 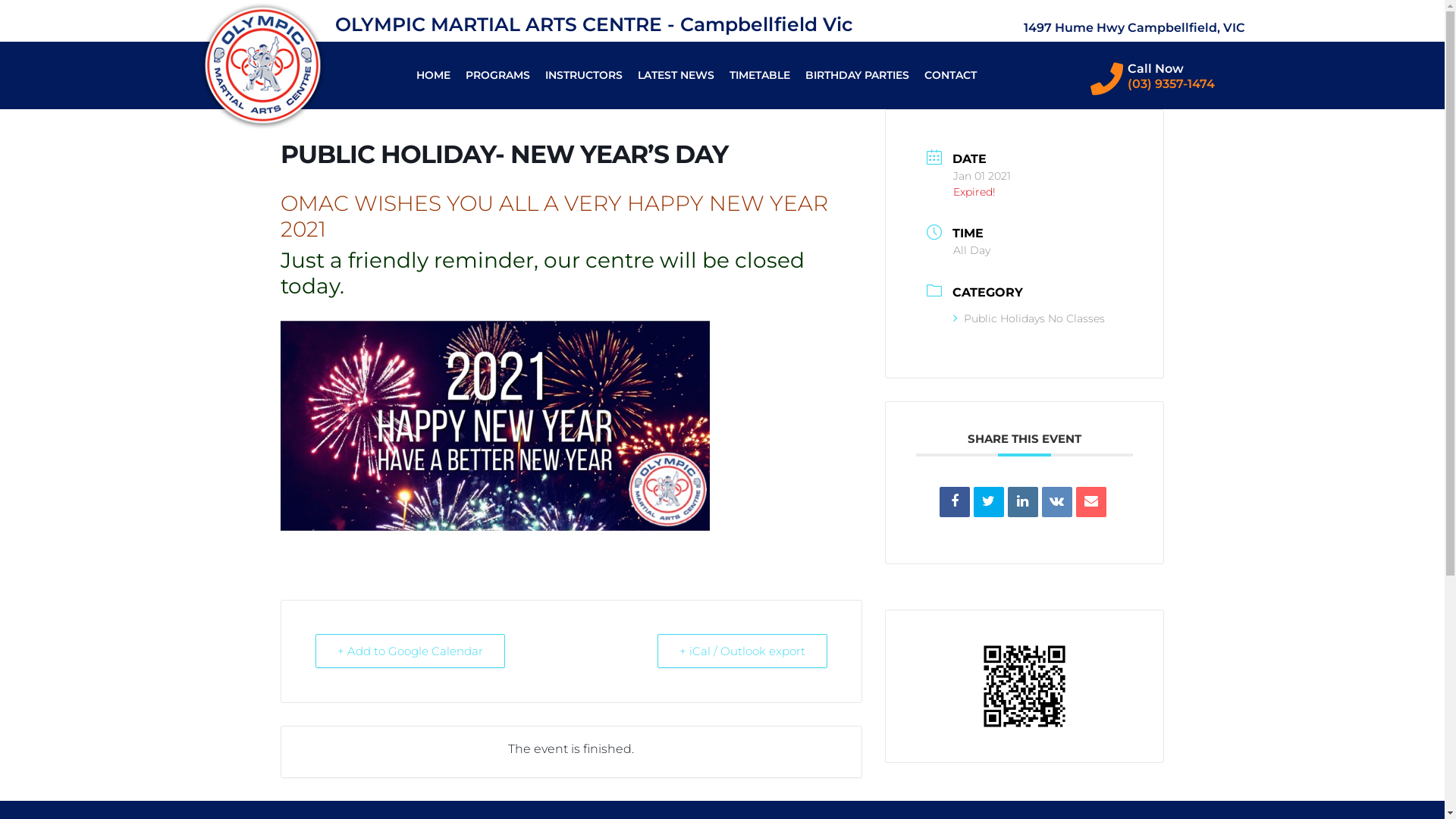 I want to click on '(03) 9357-1474', so click(x=1170, y=83).